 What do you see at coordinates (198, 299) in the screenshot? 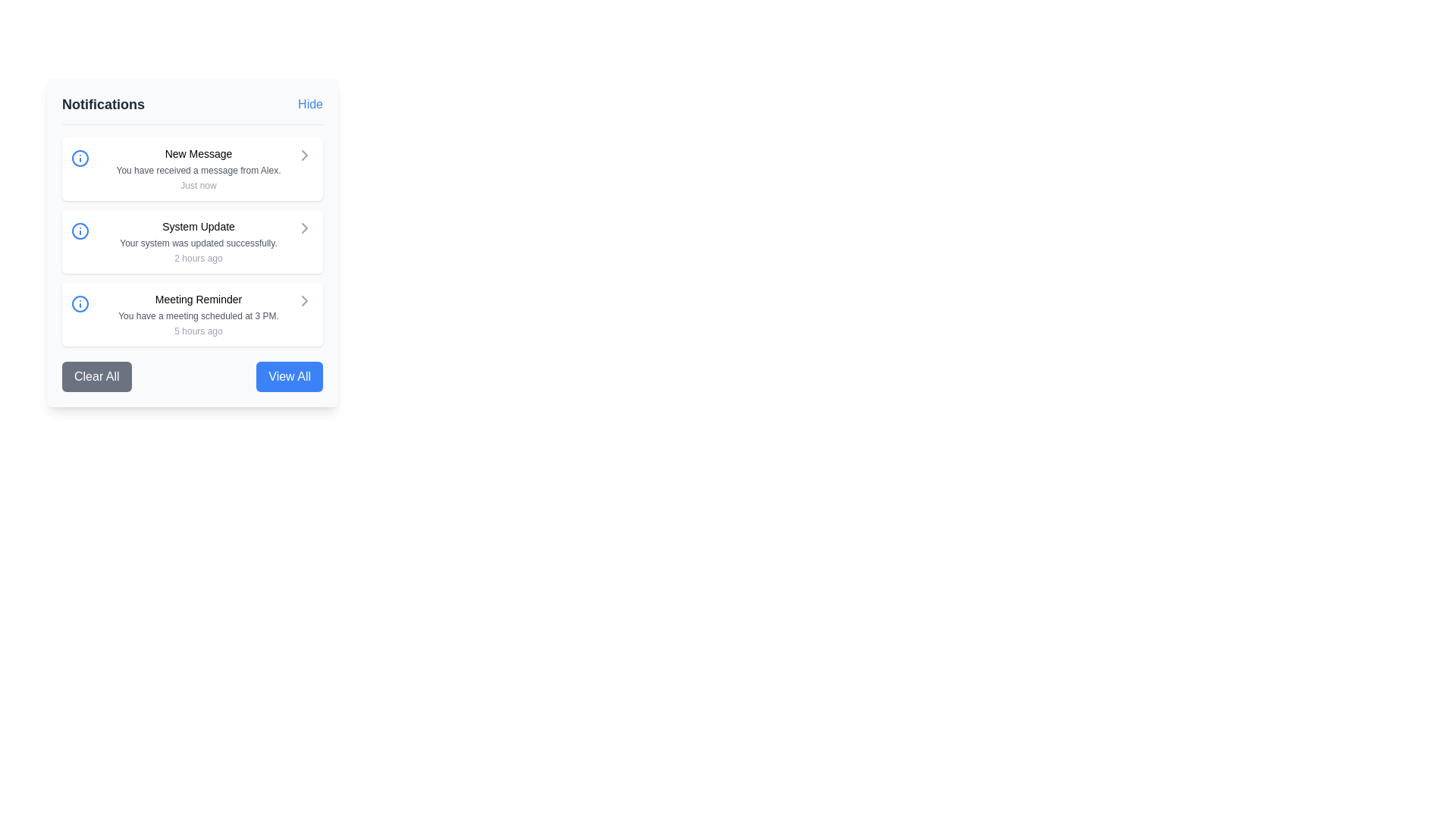
I see `the notification title text label that summarizes the content of the notification, positioned above the descriptive text and timestamp` at bounding box center [198, 299].